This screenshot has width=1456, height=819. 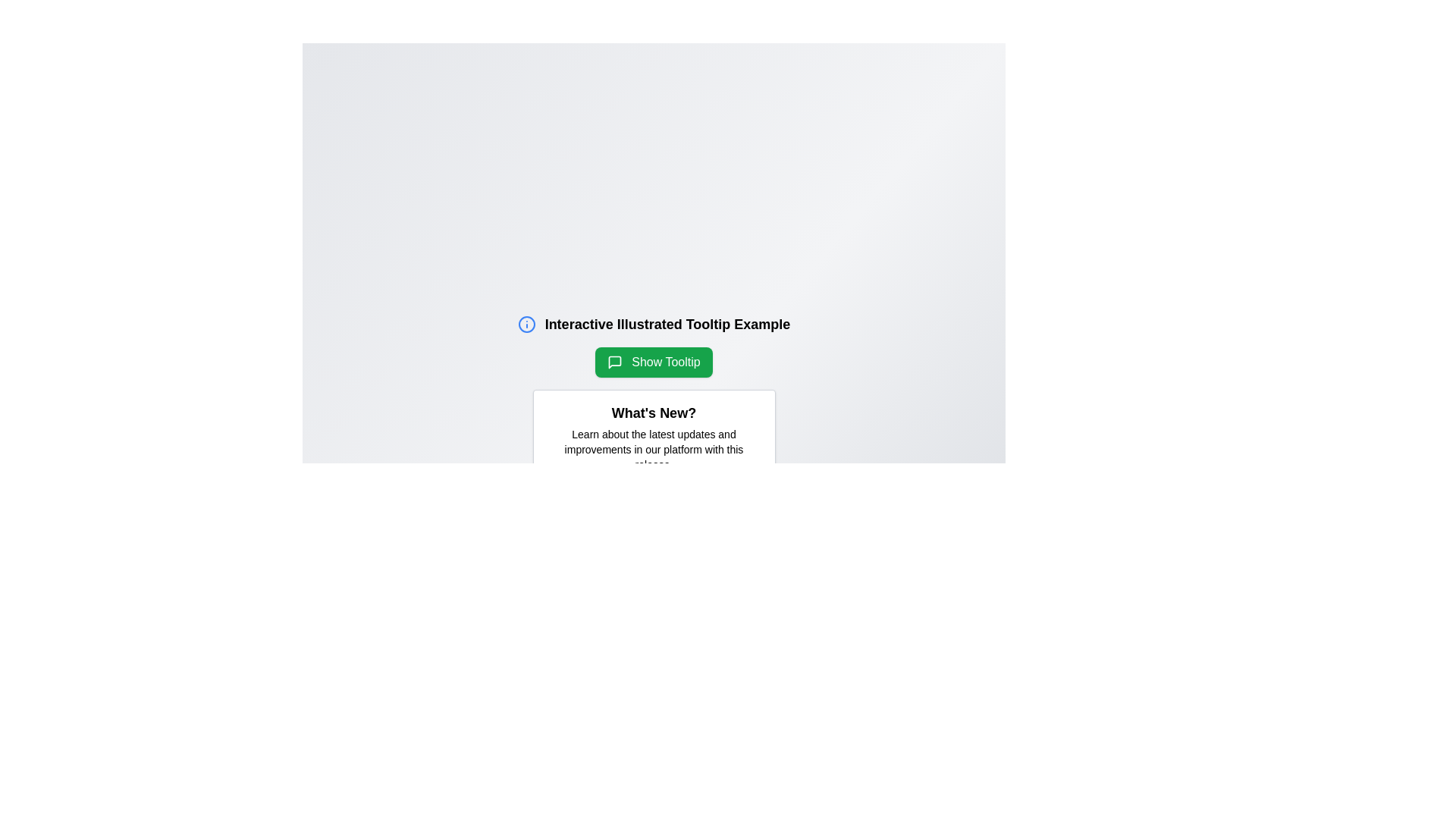 I want to click on the text label displaying 'Interactive Illustrated Tooltip Example', which is positioned to the right of a blue circular icon, so click(x=667, y=324).